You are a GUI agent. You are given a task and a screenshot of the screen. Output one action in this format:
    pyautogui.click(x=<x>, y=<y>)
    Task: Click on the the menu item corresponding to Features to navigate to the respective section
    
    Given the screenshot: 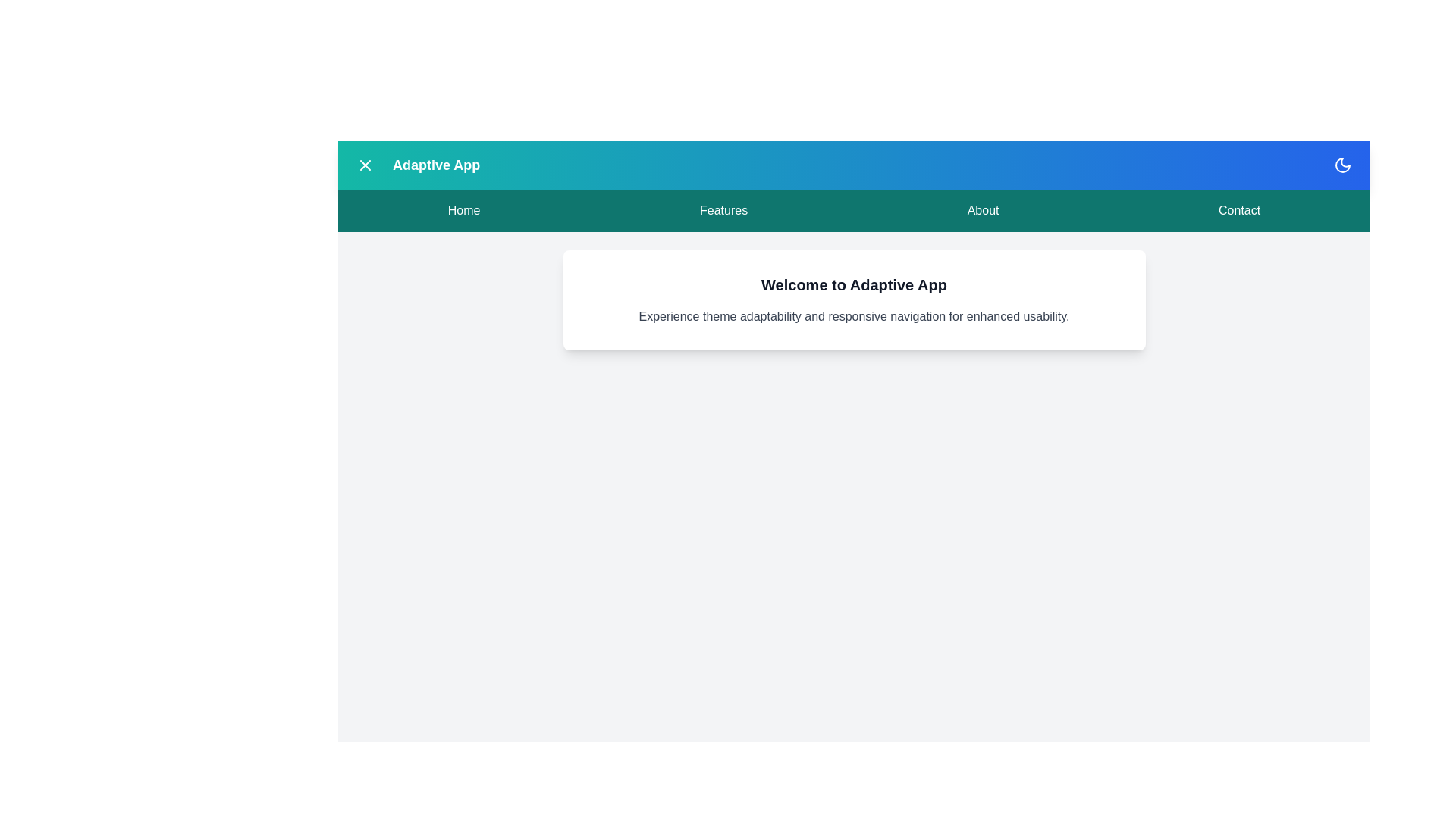 What is the action you would take?
    pyautogui.click(x=723, y=210)
    